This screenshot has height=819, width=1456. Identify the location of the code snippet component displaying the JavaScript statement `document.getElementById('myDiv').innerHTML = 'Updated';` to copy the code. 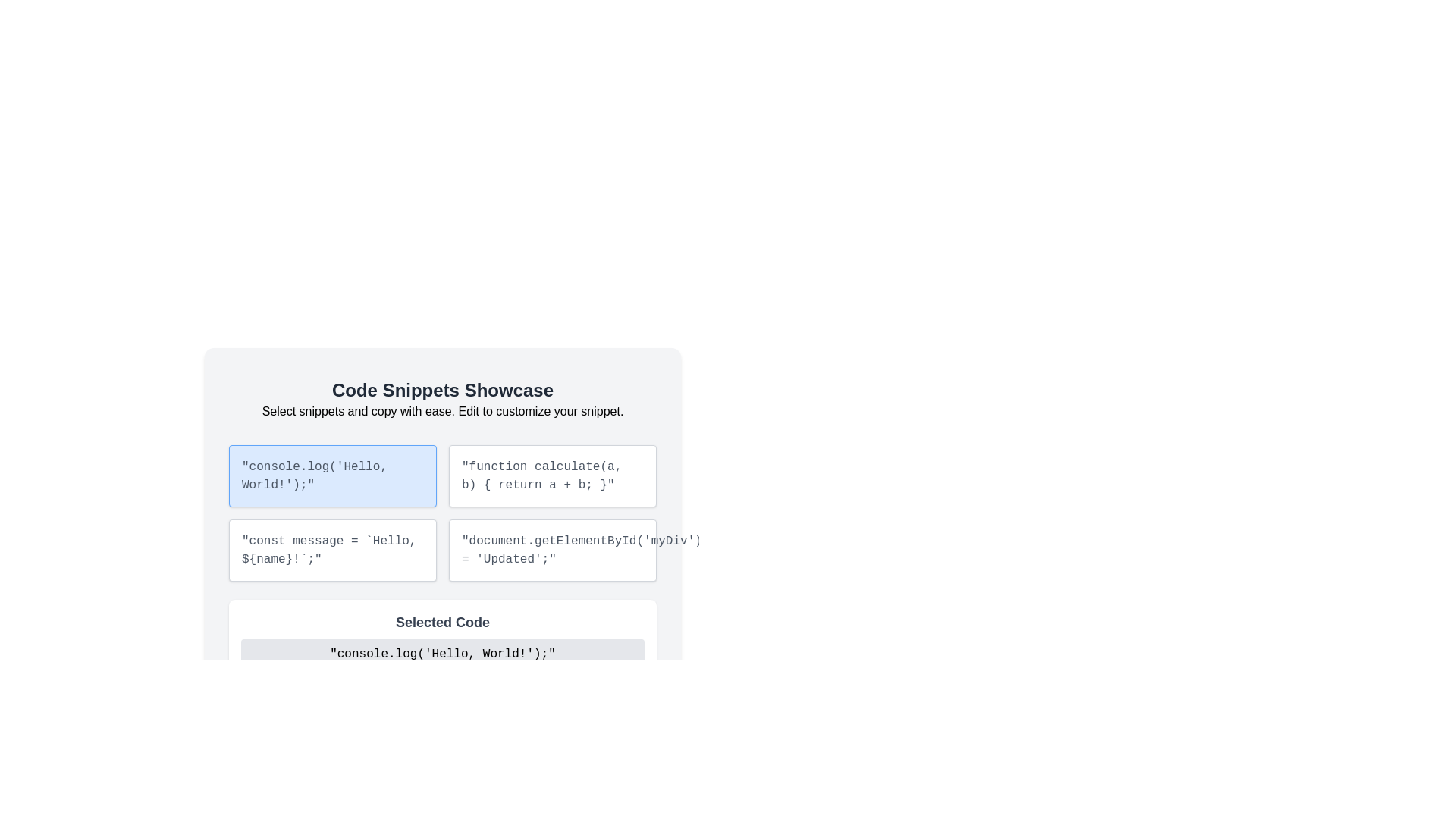
(552, 550).